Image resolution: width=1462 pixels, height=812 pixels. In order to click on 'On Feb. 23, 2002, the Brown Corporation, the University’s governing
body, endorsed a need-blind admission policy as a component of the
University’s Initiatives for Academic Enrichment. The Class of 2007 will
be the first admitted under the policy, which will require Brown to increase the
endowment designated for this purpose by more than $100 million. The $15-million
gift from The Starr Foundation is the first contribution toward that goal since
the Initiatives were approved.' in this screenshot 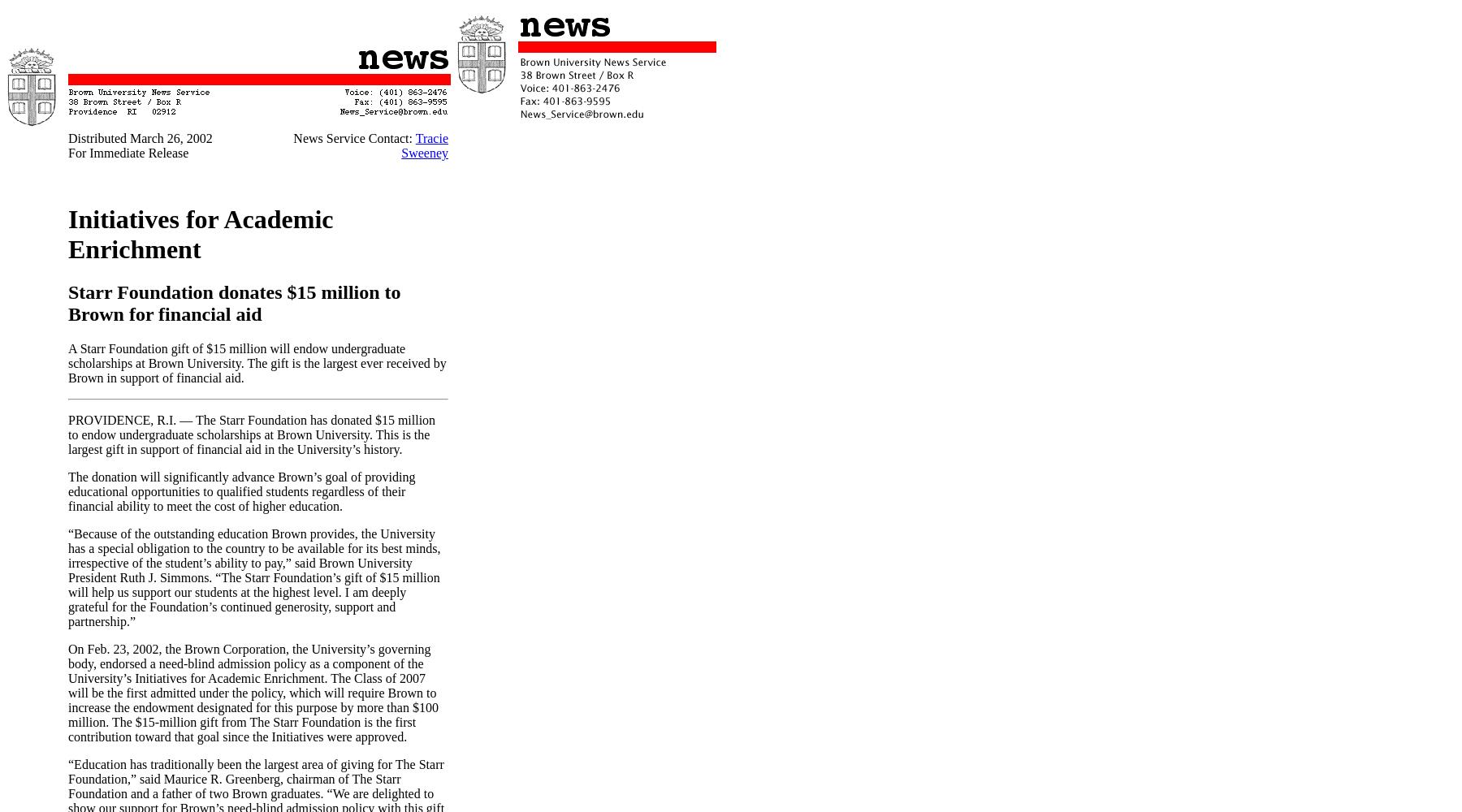, I will do `click(252, 692)`.